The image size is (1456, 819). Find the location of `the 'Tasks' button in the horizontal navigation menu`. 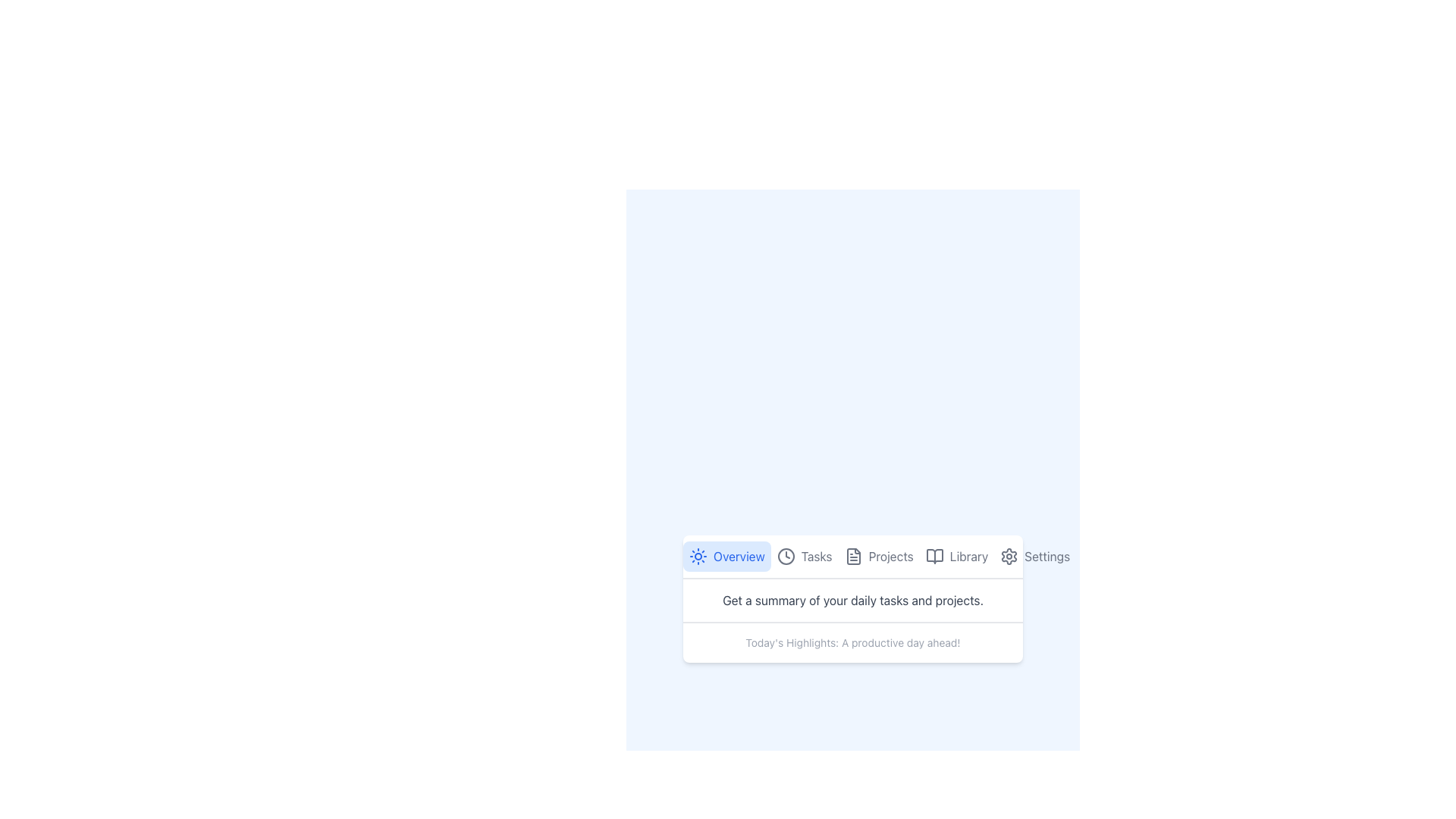

the 'Tasks' button in the horizontal navigation menu is located at coordinates (804, 556).